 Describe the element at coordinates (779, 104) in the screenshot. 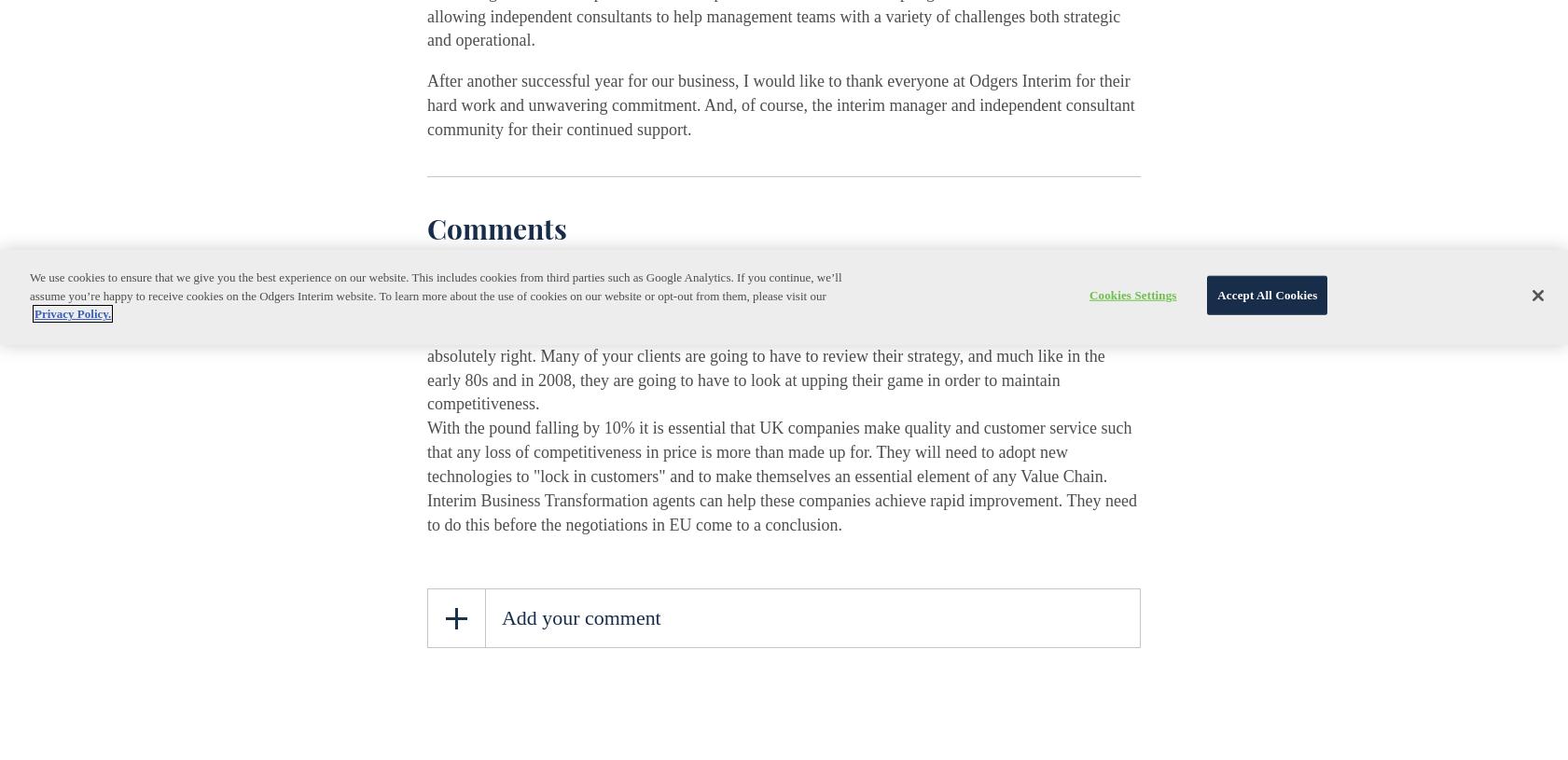

I see `'After another successful year for our business, I would like to thank everyone at Odgers Interim for their hard work and unwavering commitment. And, of course, the interim manager and independent consultant community for their continued support.'` at that location.